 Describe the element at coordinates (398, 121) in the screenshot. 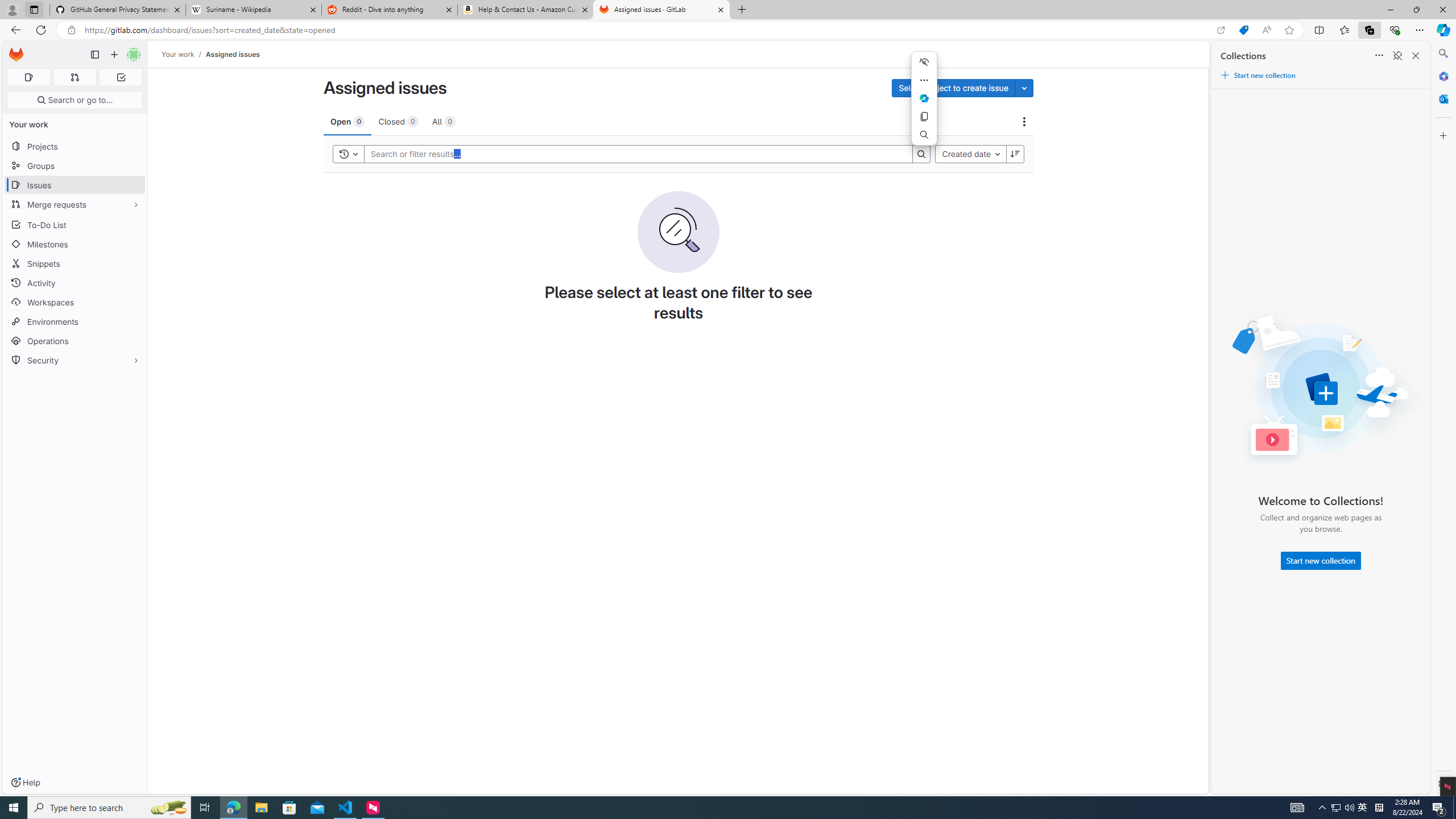

I see `'Closed 0'` at that location.